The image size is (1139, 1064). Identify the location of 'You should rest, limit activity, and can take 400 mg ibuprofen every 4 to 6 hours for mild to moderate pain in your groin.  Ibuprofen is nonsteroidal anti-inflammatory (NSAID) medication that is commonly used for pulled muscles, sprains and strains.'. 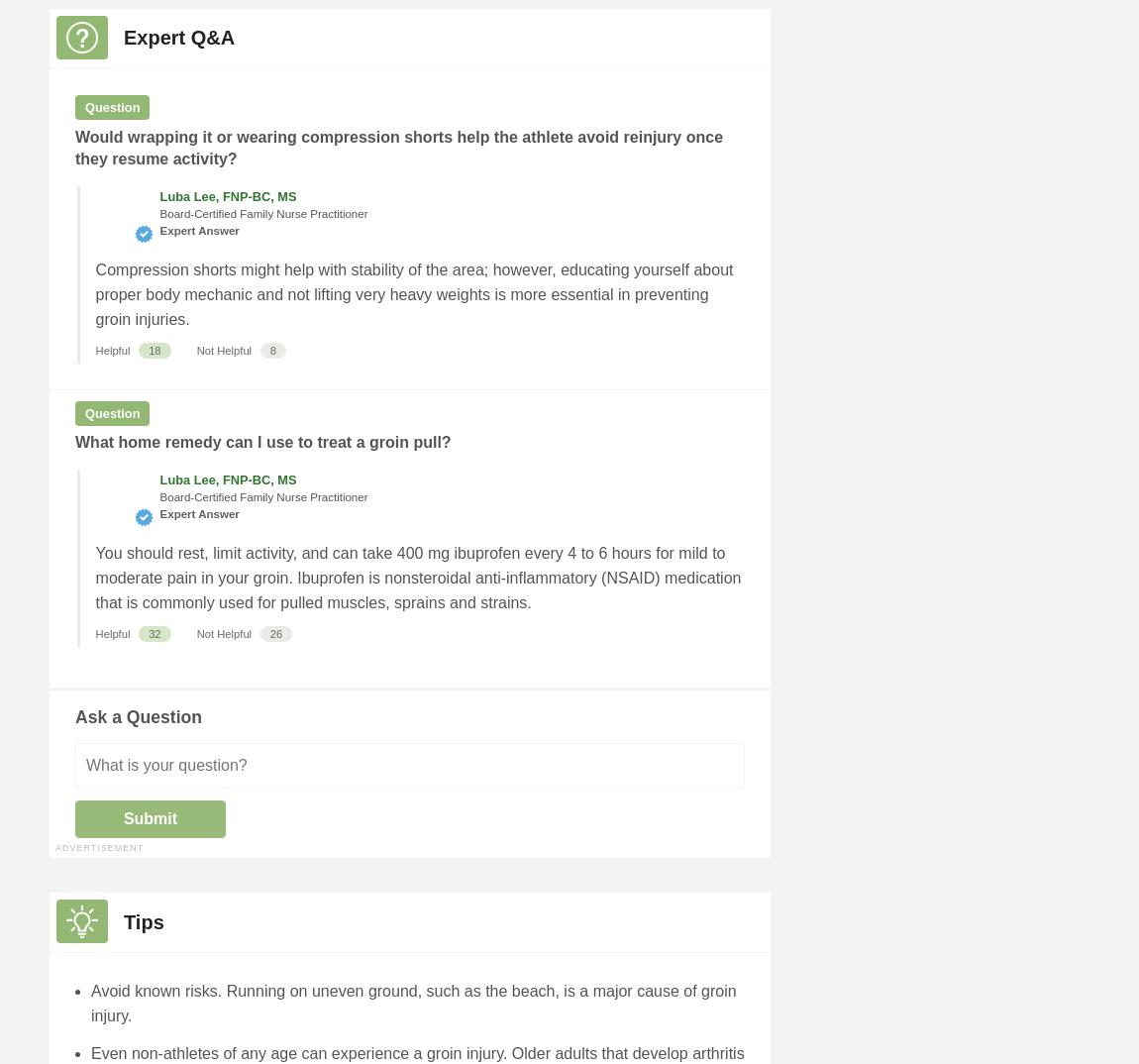
(418, 577).